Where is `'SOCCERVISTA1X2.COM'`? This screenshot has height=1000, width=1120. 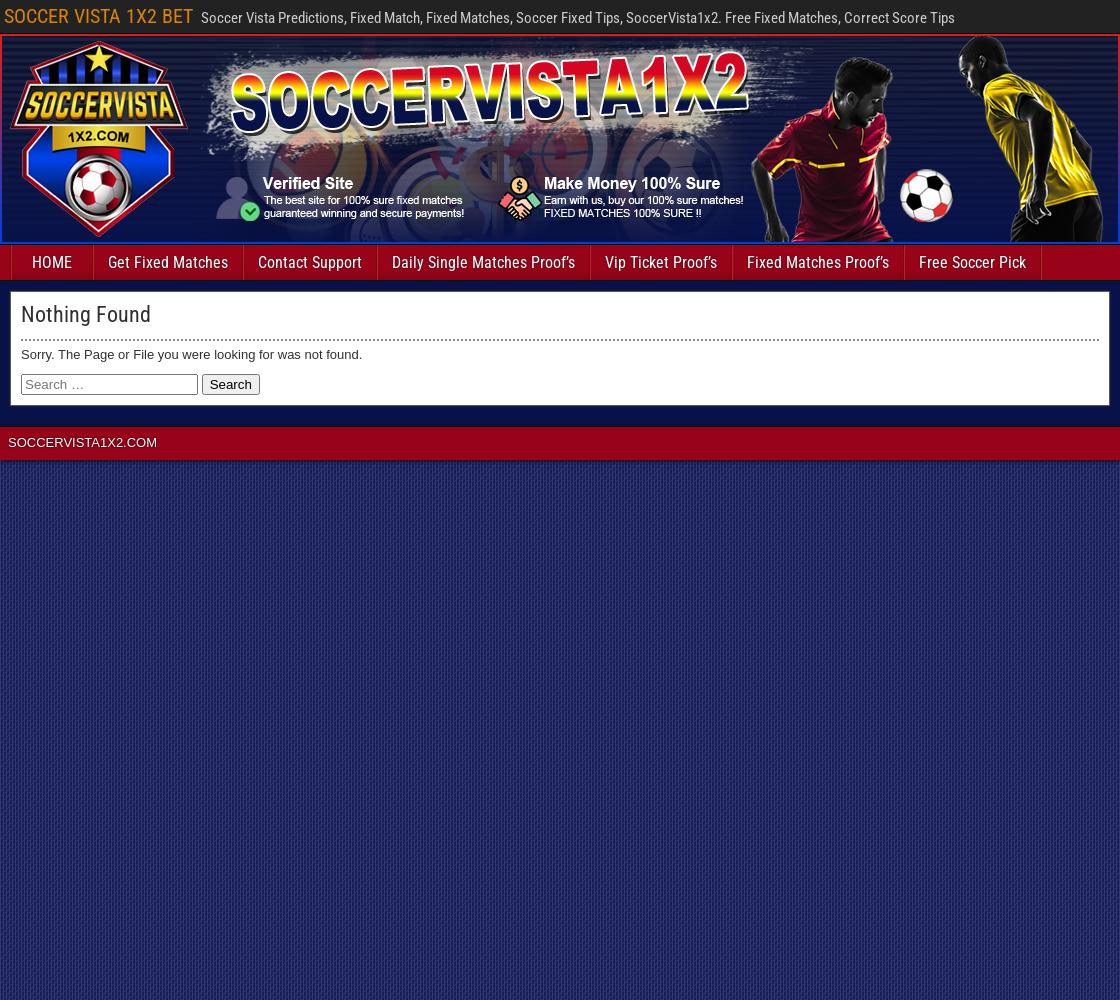
'SOCCERVISTA1X2.COM' is located at coordinates (7, 441).